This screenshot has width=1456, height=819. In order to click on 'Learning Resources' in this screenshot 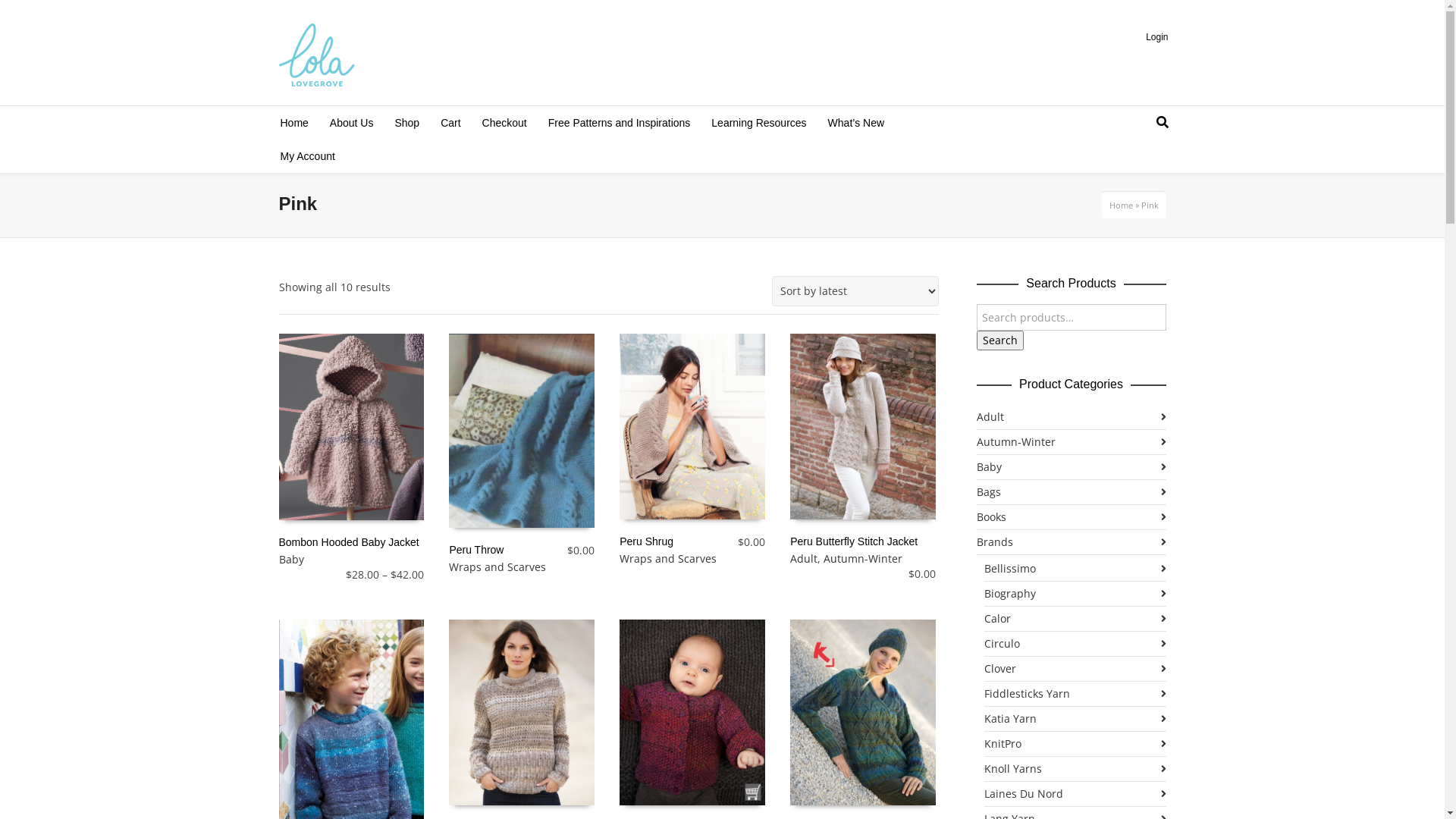, I will do `click(758, 122)`.